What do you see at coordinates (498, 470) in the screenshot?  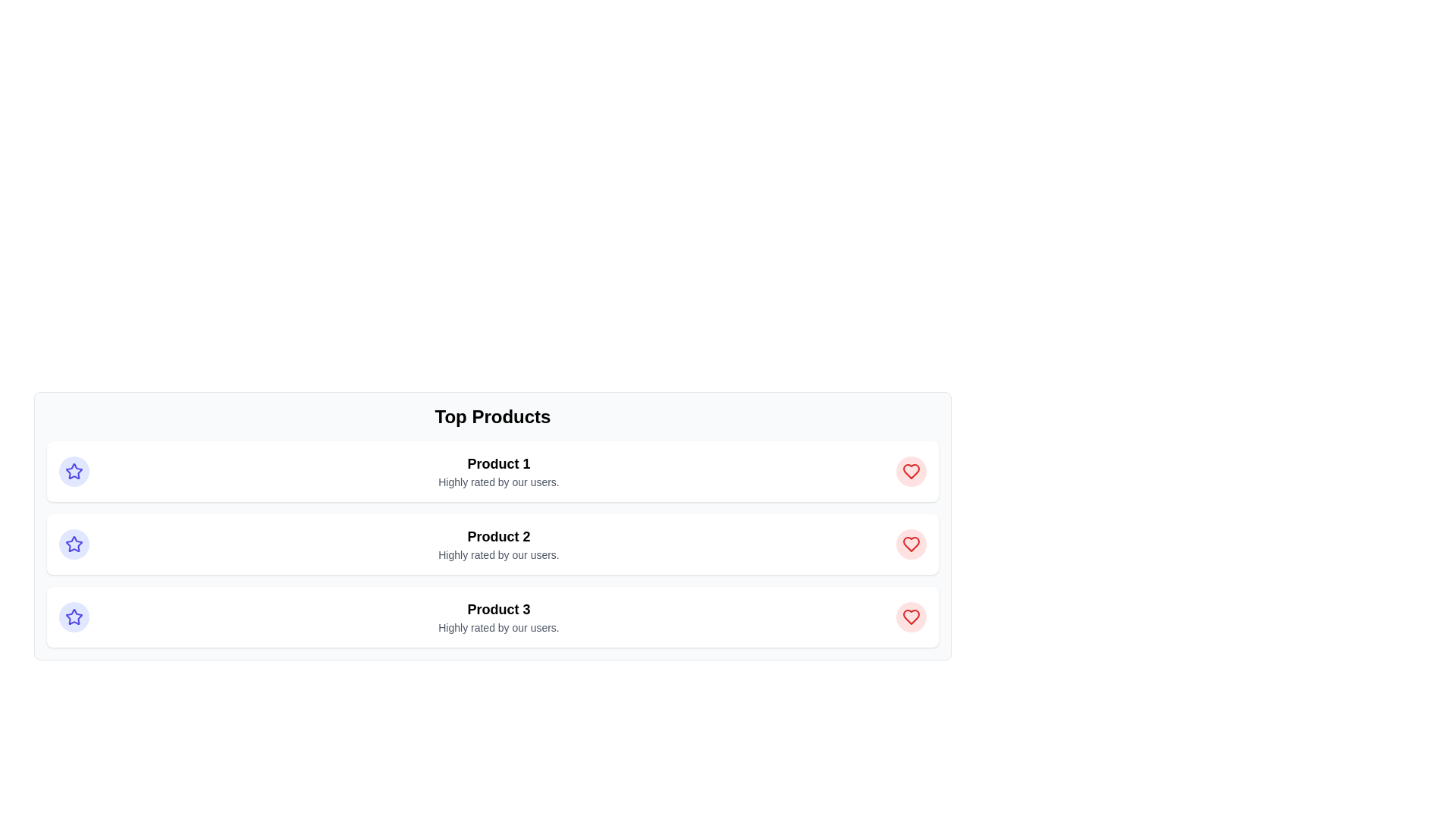 I see `the Text block that provides product information, located within the first item of the 'Top Products' list, positioned to the right of a circular icon and to the left of a heart-shaped button` at bounding box center [498, 470].